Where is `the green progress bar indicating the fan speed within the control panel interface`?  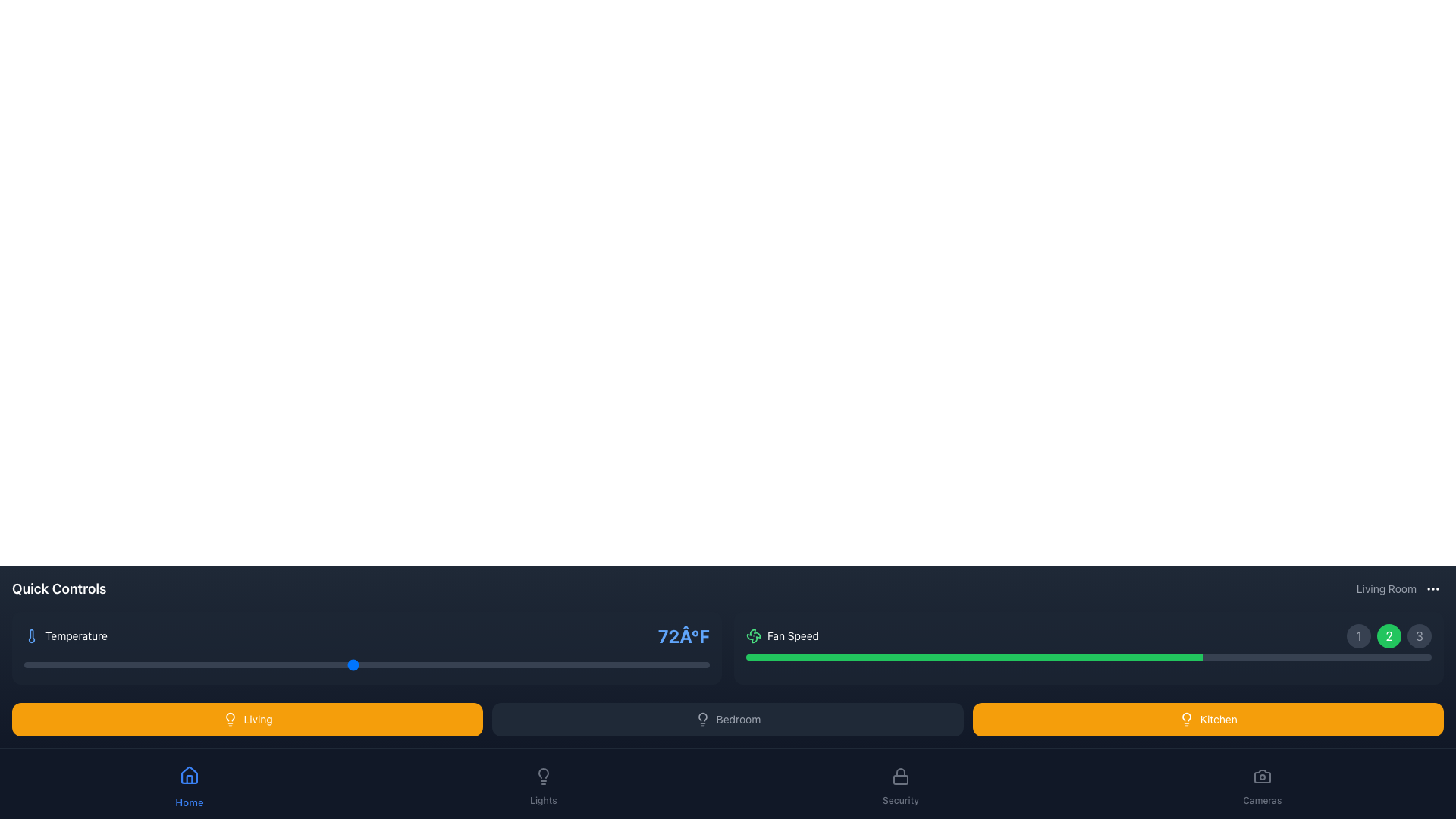
the green progress bar indicating the fan speed within the control panel interface is located at coordinates (974, 657).